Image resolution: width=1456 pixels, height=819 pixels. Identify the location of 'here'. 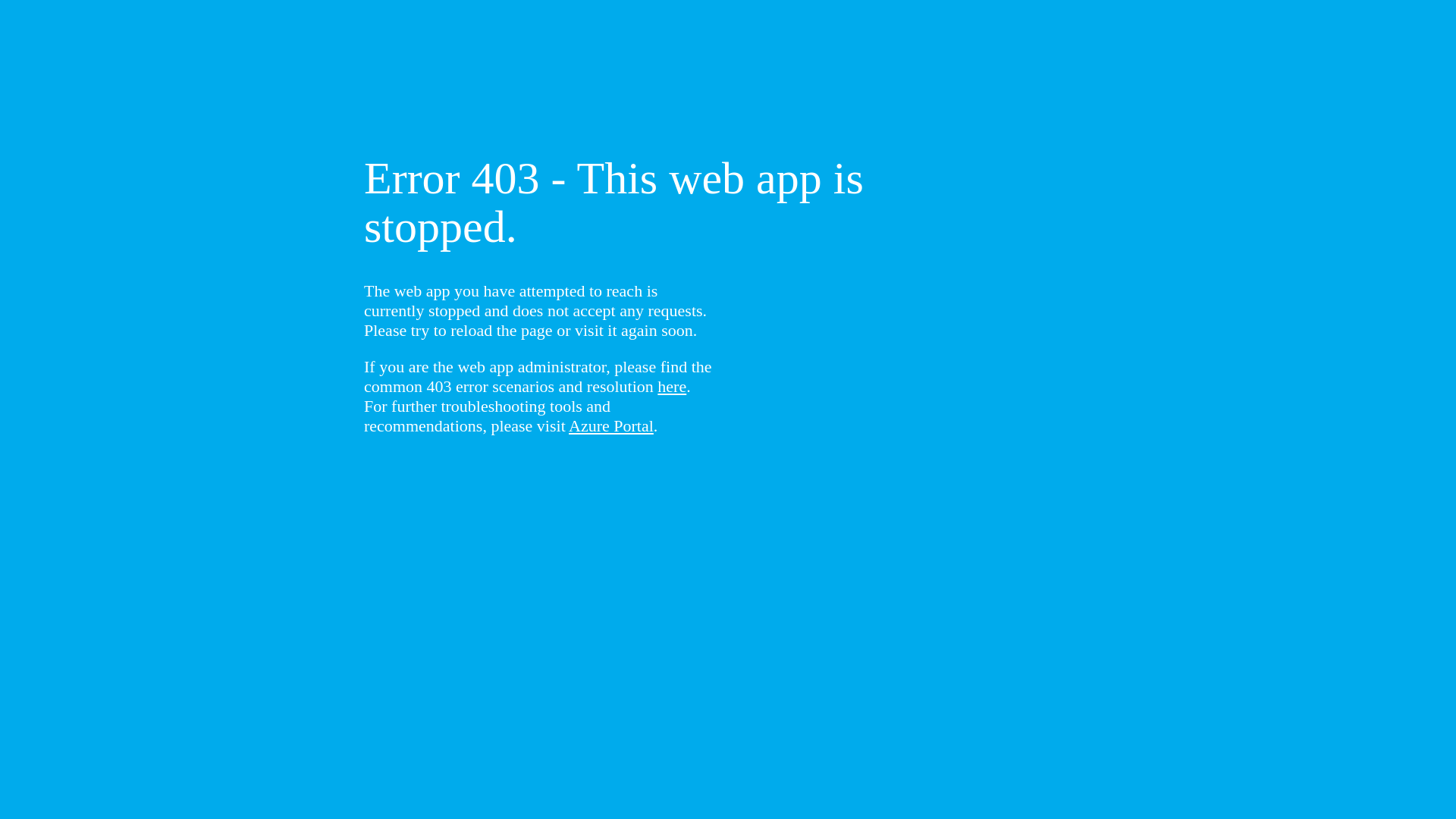
(671, 385).